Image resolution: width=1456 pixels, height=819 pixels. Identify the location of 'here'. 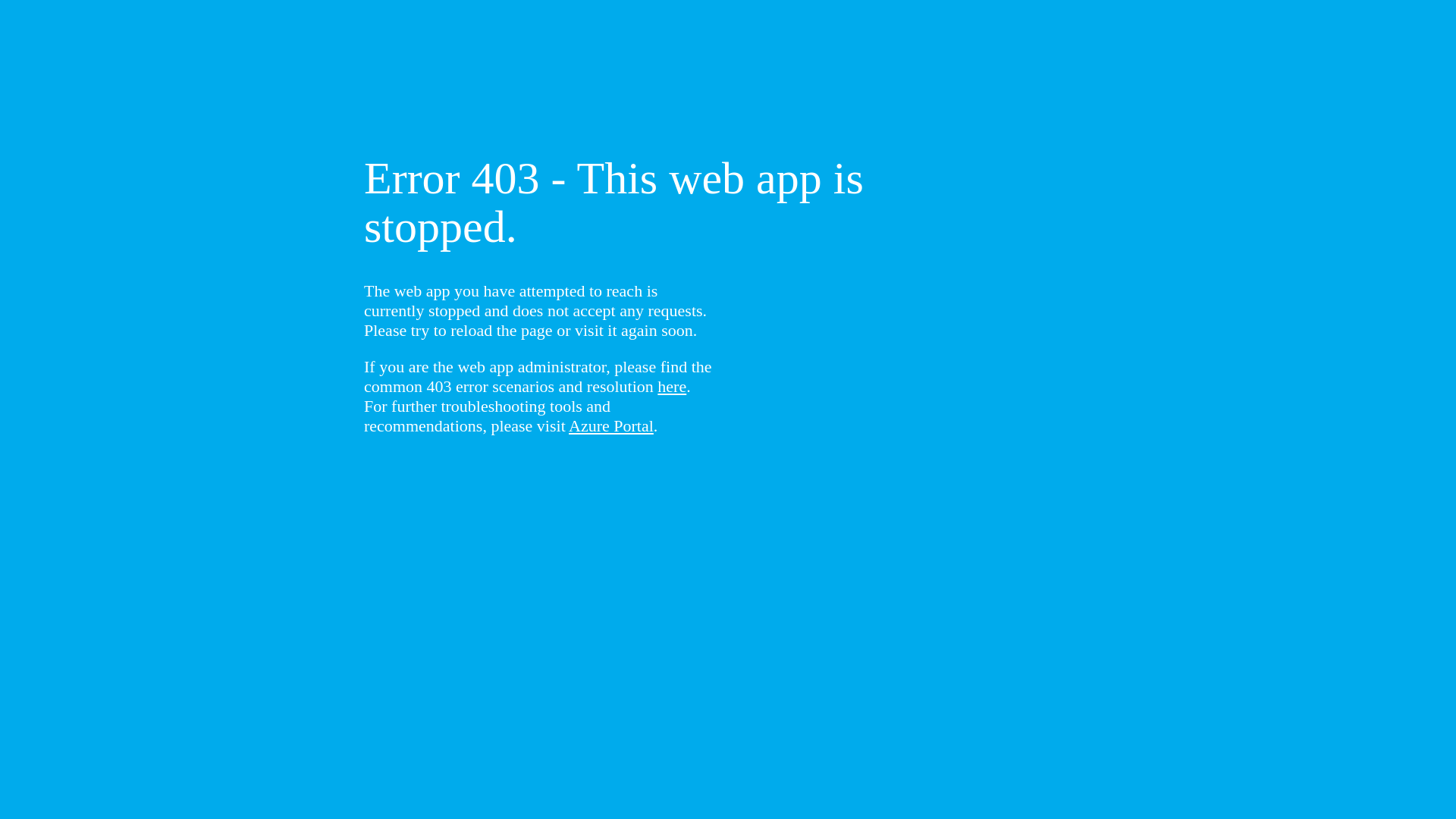
(671, 385).